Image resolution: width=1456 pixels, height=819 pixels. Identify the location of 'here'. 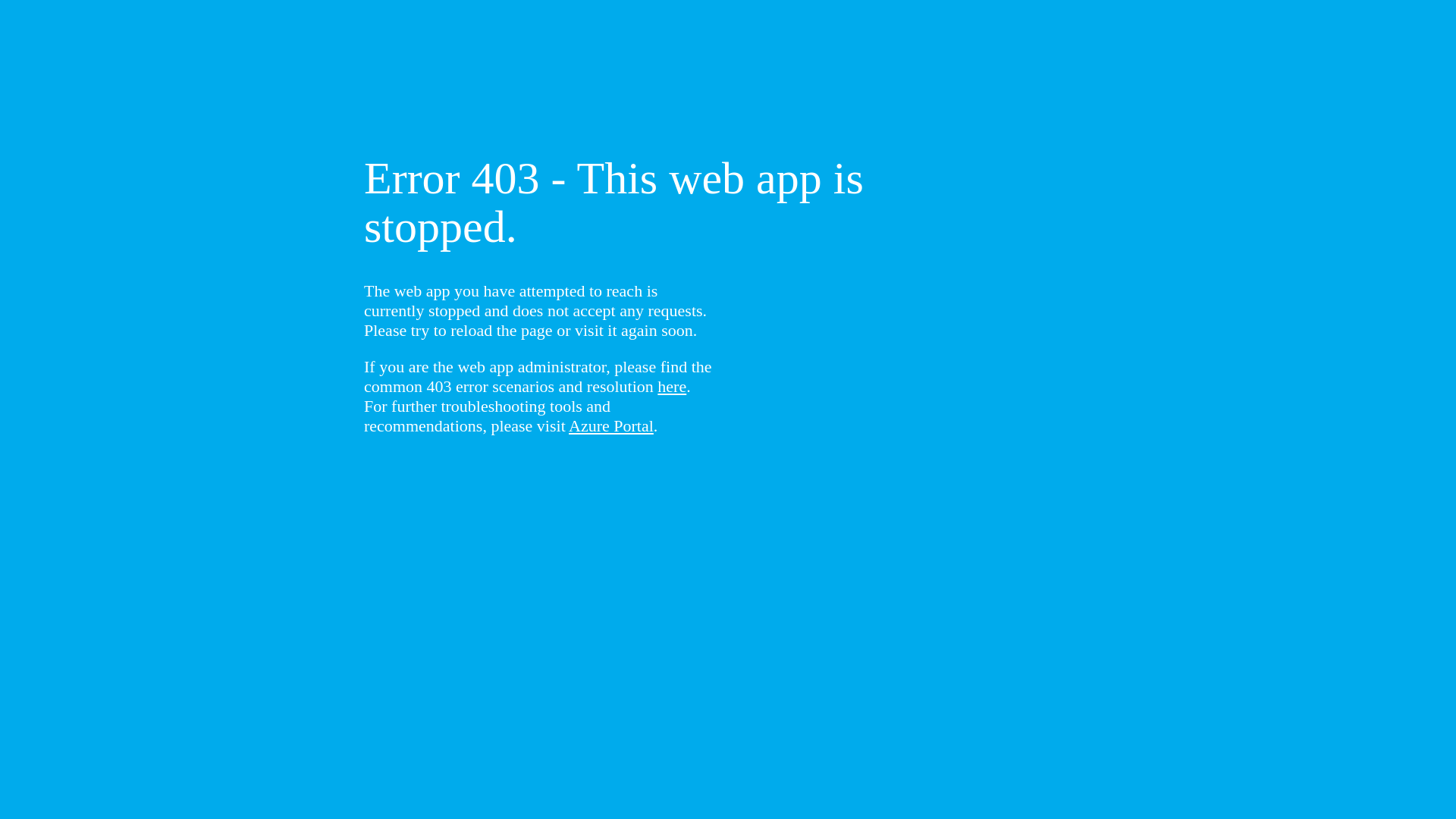
(671, 385).